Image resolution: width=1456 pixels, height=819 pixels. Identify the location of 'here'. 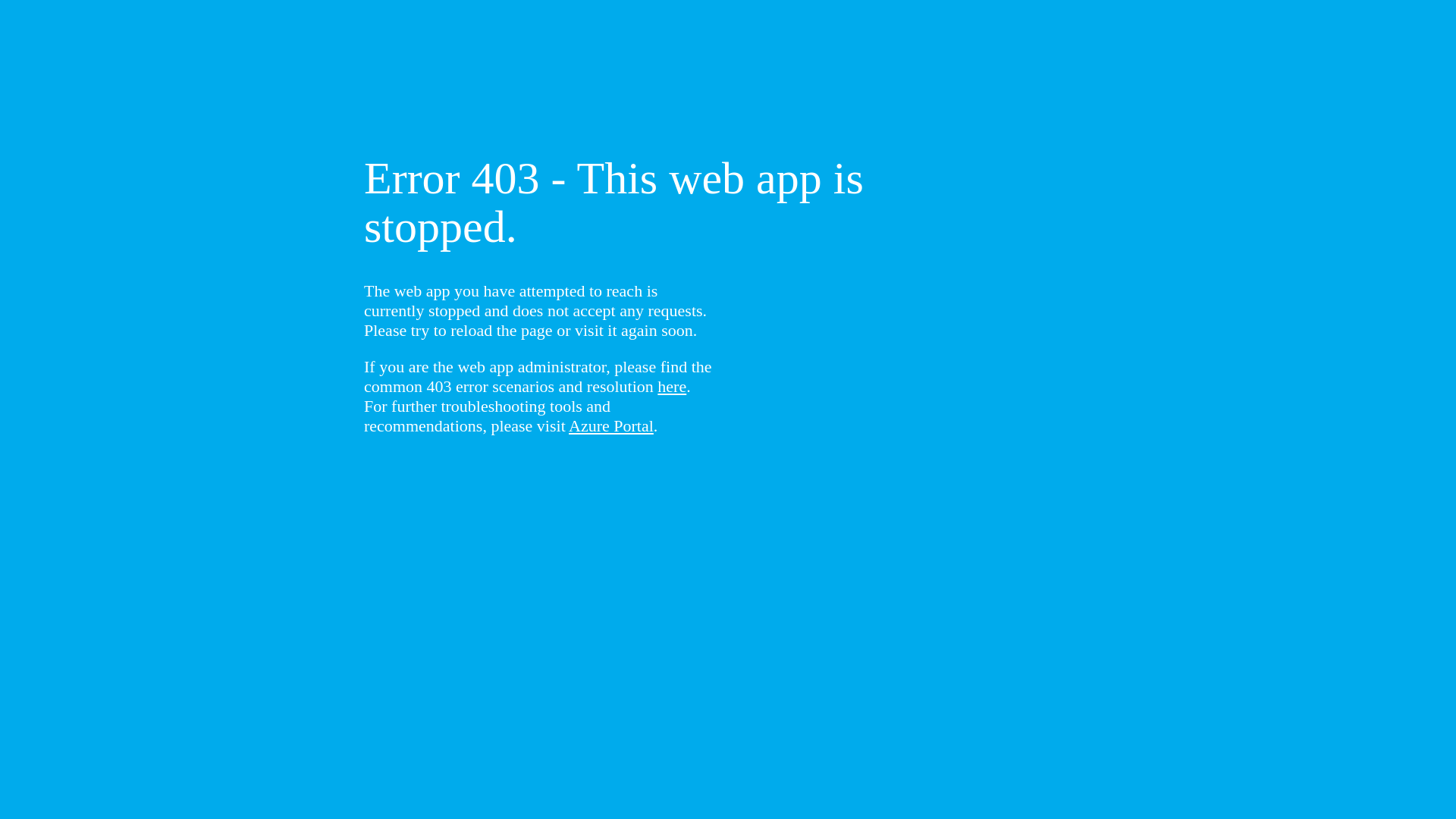
(671, 385).